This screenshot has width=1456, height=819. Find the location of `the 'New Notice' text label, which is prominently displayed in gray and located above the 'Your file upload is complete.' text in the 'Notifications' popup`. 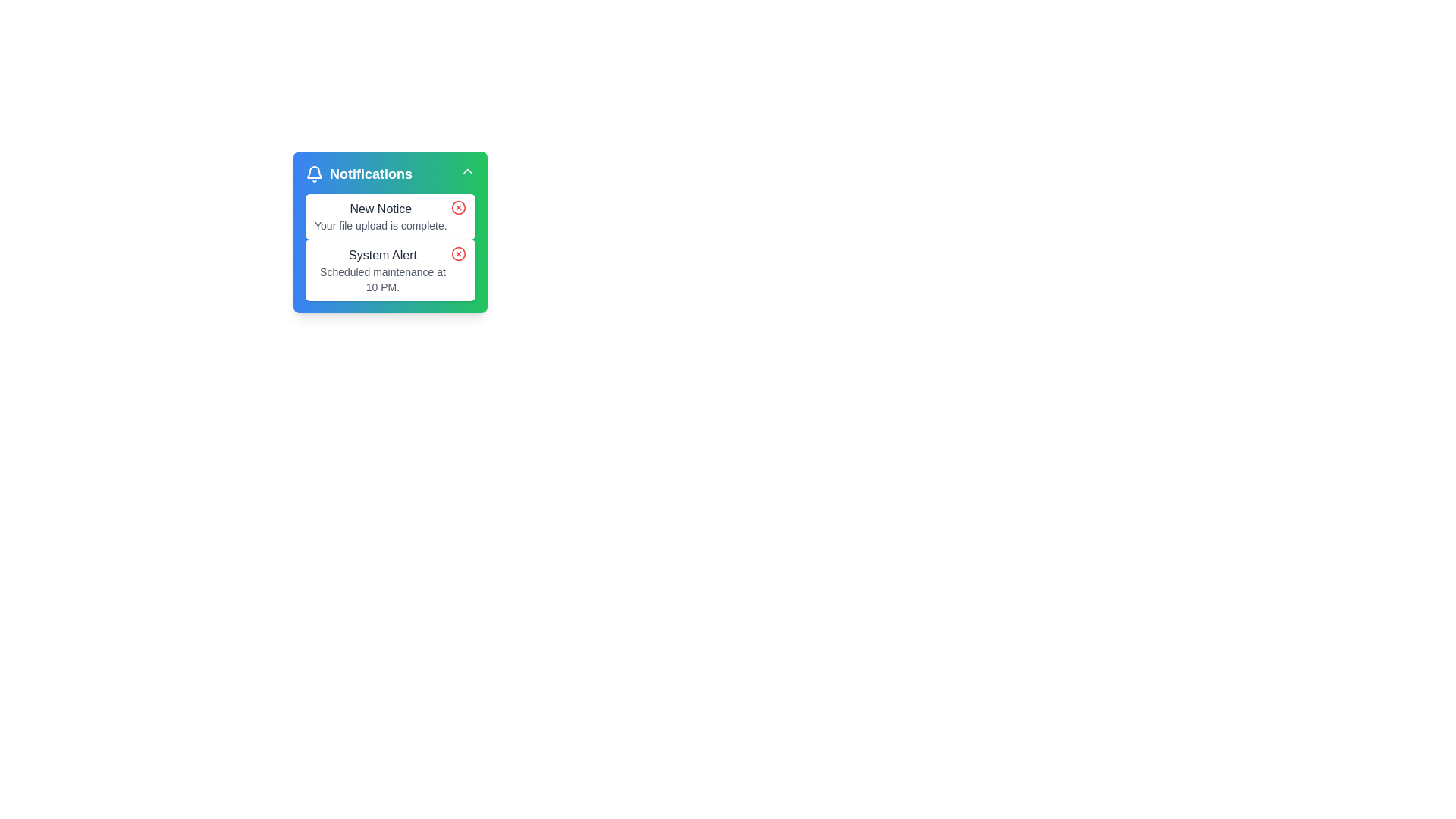

the 'New Notice' text label, which is prominently displayed in gray and located above the 'Your file upload is complete.' text in the 'Notifications' popup is located at coordinates (381, 209).